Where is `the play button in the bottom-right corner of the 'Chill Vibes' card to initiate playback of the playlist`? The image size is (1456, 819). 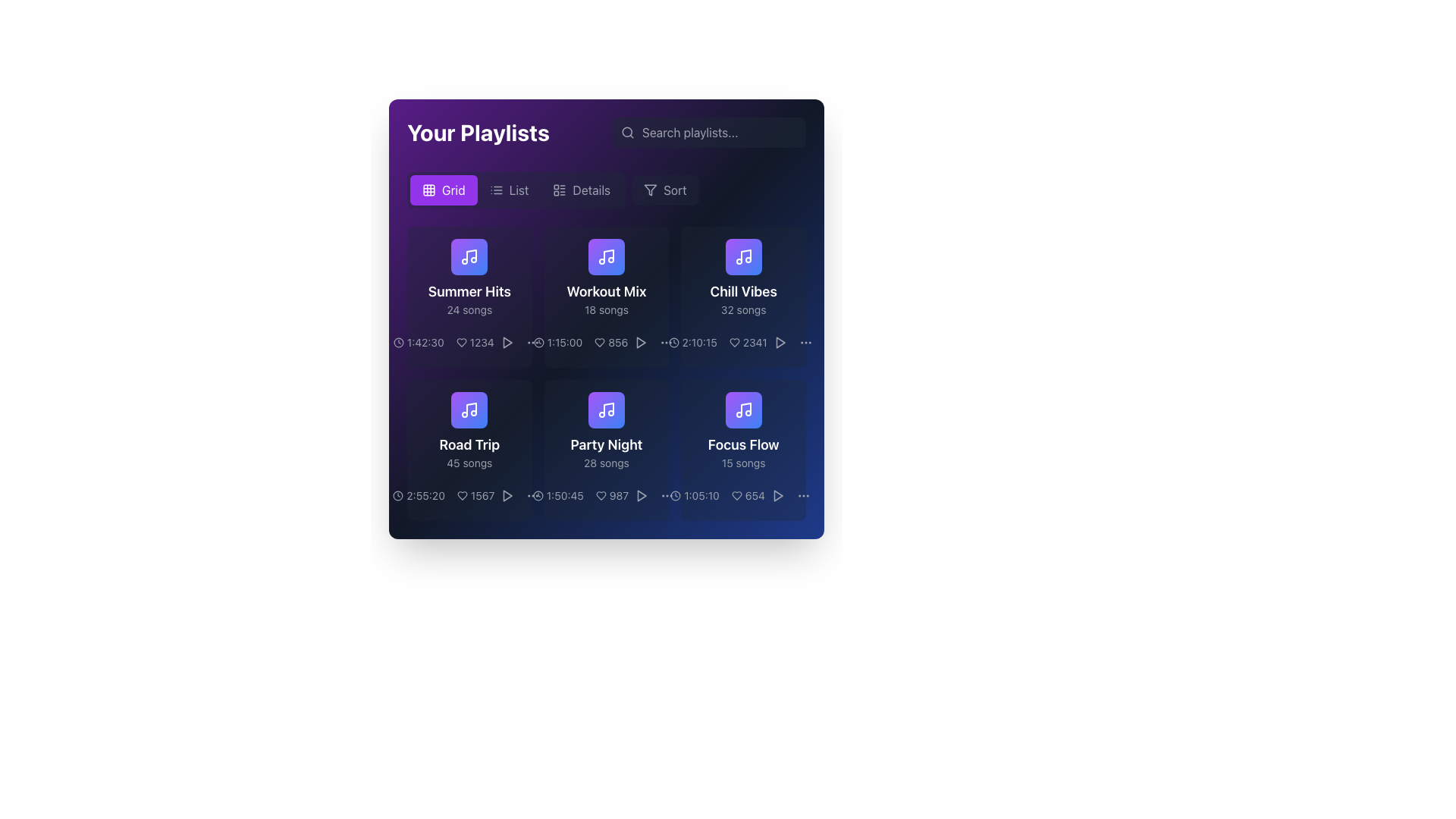
the play button in the bottom-right corner of the 'Chill Vibes' card to initiate playback of the playlist is located at coordinates (780, 342).